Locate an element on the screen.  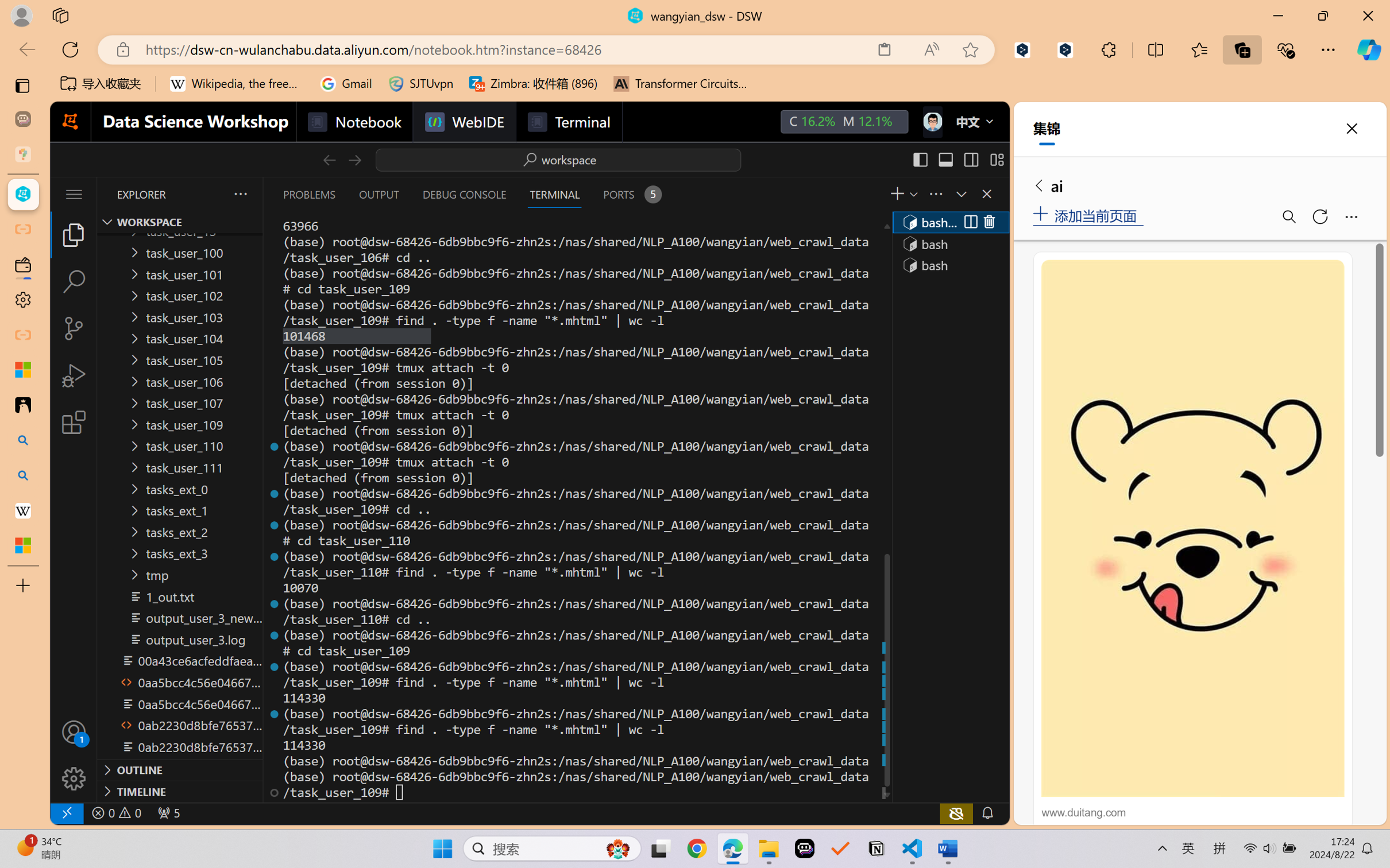
'Explorer actions' is located at coordinates (212, 193).